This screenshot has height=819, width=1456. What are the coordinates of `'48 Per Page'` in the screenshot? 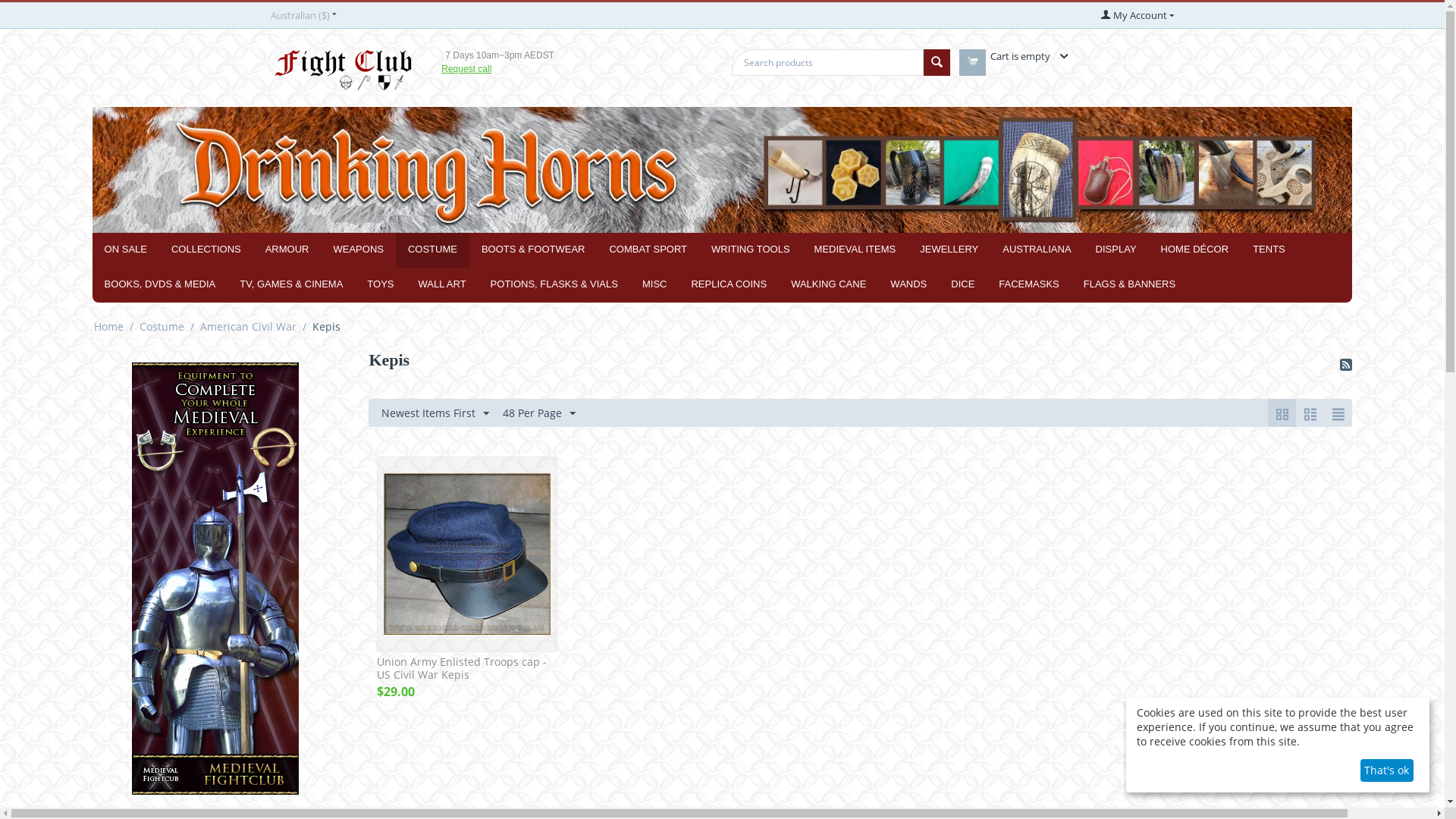 It's located at (538, 413).